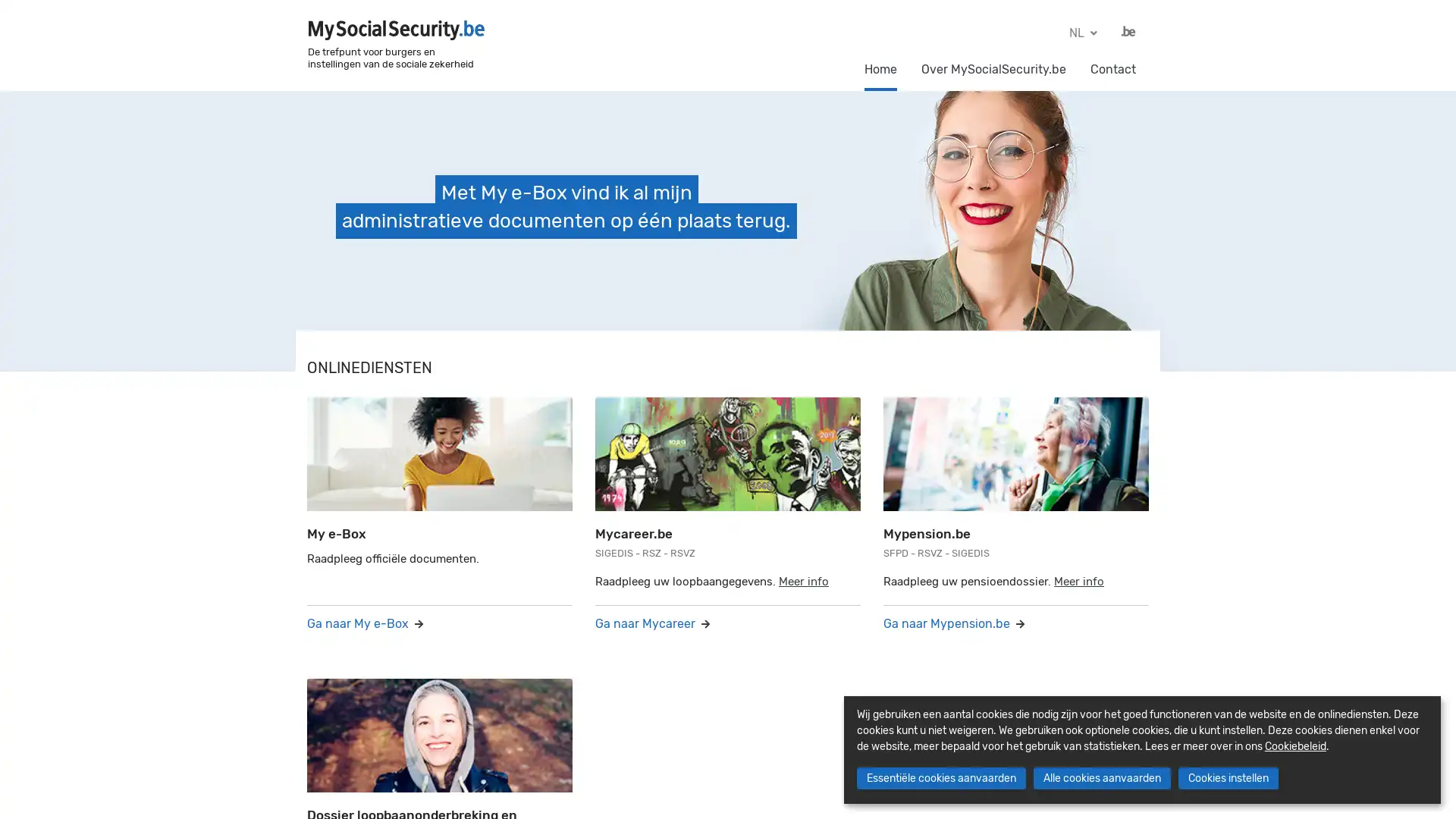  Describe the element at coordinates (940, 778) in the screenshot. I see `Essentiele cookies aanvaarden` at that location.